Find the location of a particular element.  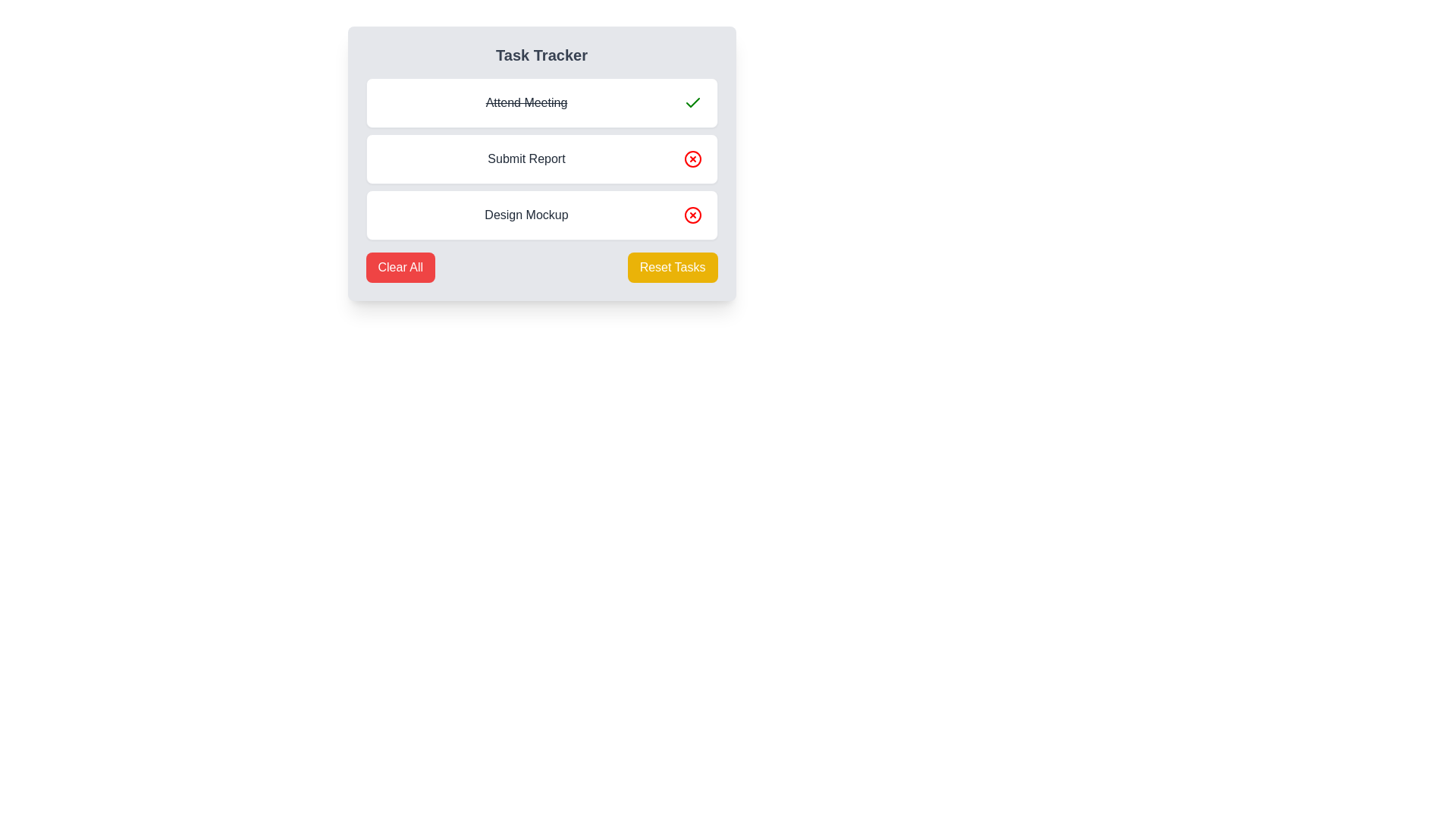

the small circular button icon with a red border and an 'X' symbol inside, located at the right end of the row labeled 'Design Mockup' is located at coordinates (692, 215).